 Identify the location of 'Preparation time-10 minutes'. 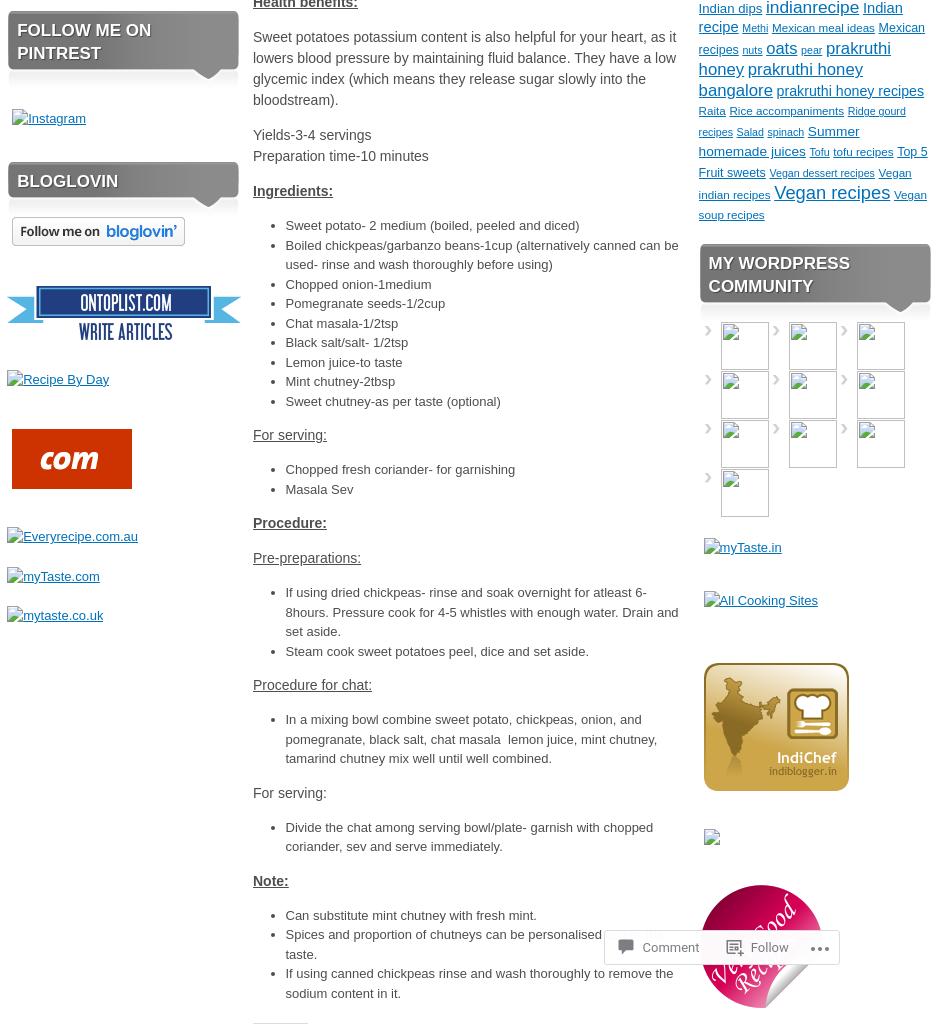
(252, 155).